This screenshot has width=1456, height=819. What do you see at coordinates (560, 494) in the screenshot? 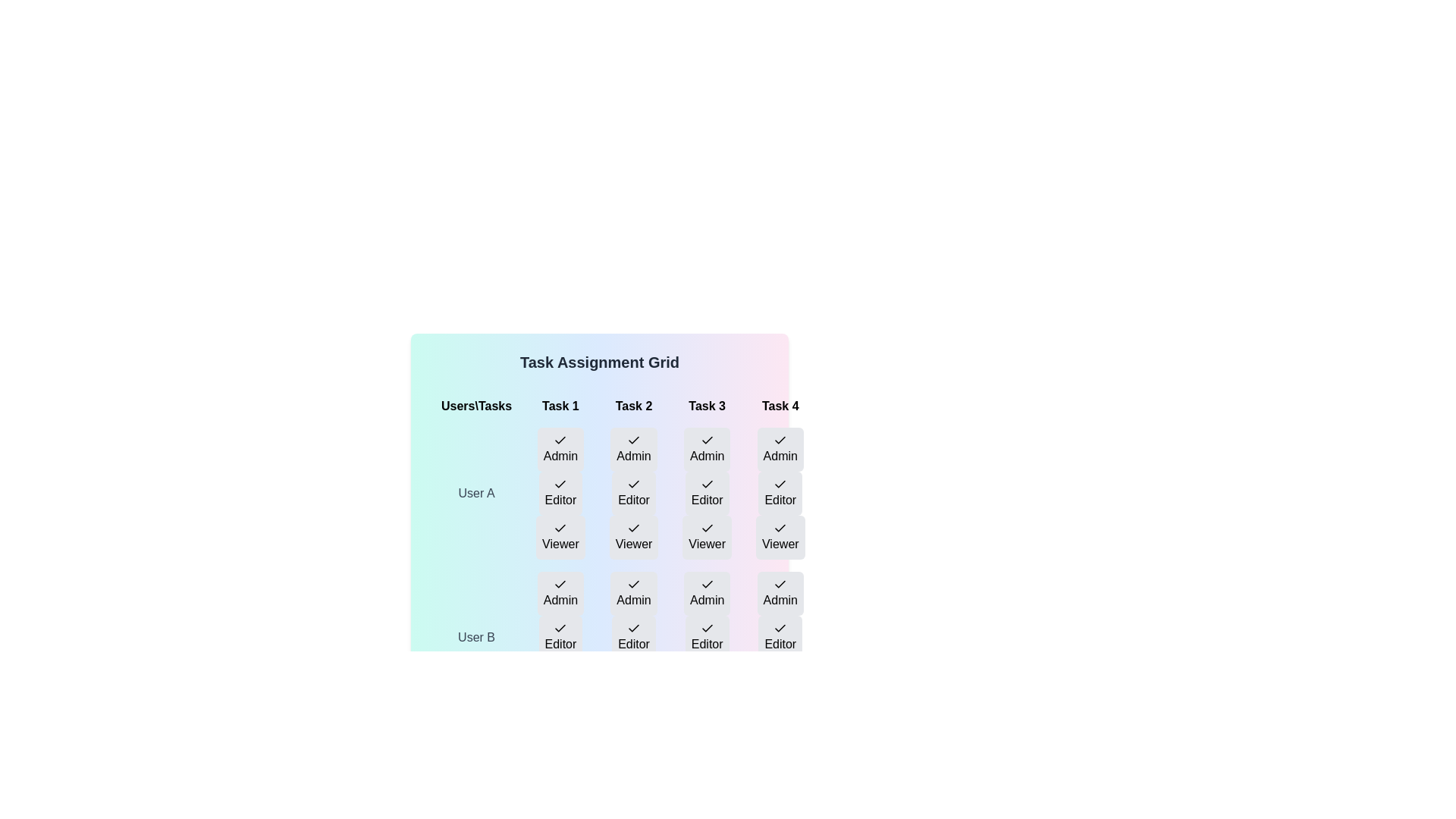
I see `the text element of the user or task to select it` at bounding box center [560, 494].